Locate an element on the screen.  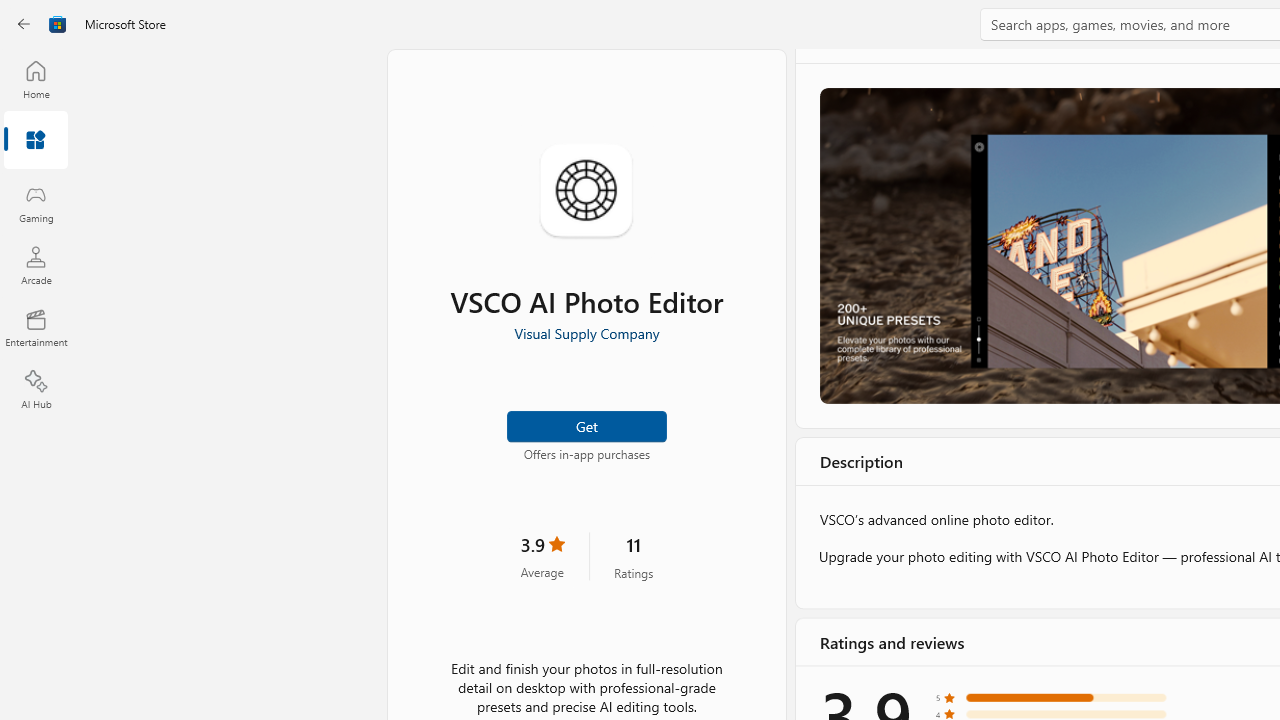
'Entertainment' is located at coordinates (35, 326).